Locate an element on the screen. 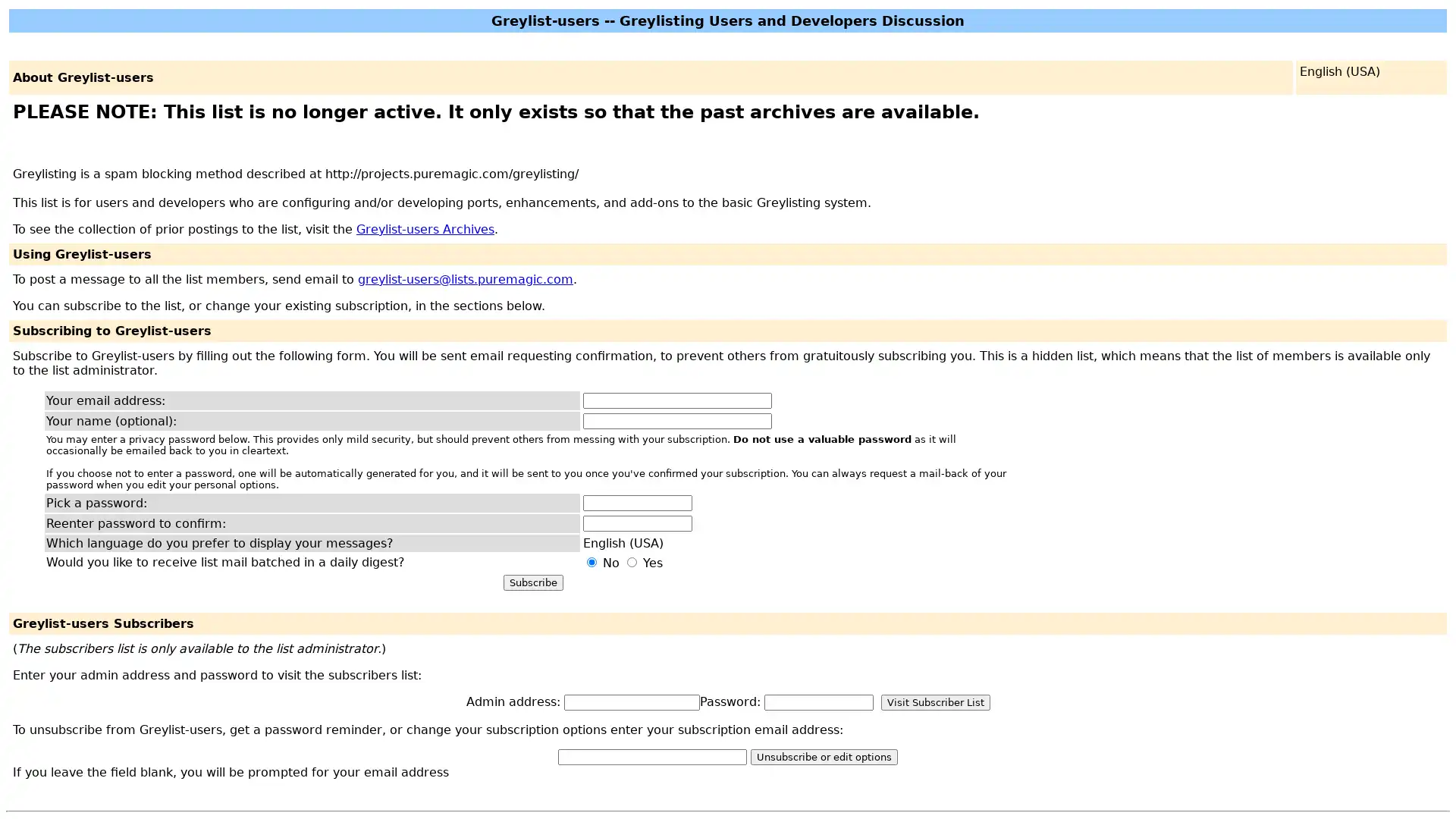 This screenshot has height=819, width=1456. Visit Subscriber List is located at coordinates (934, 701).